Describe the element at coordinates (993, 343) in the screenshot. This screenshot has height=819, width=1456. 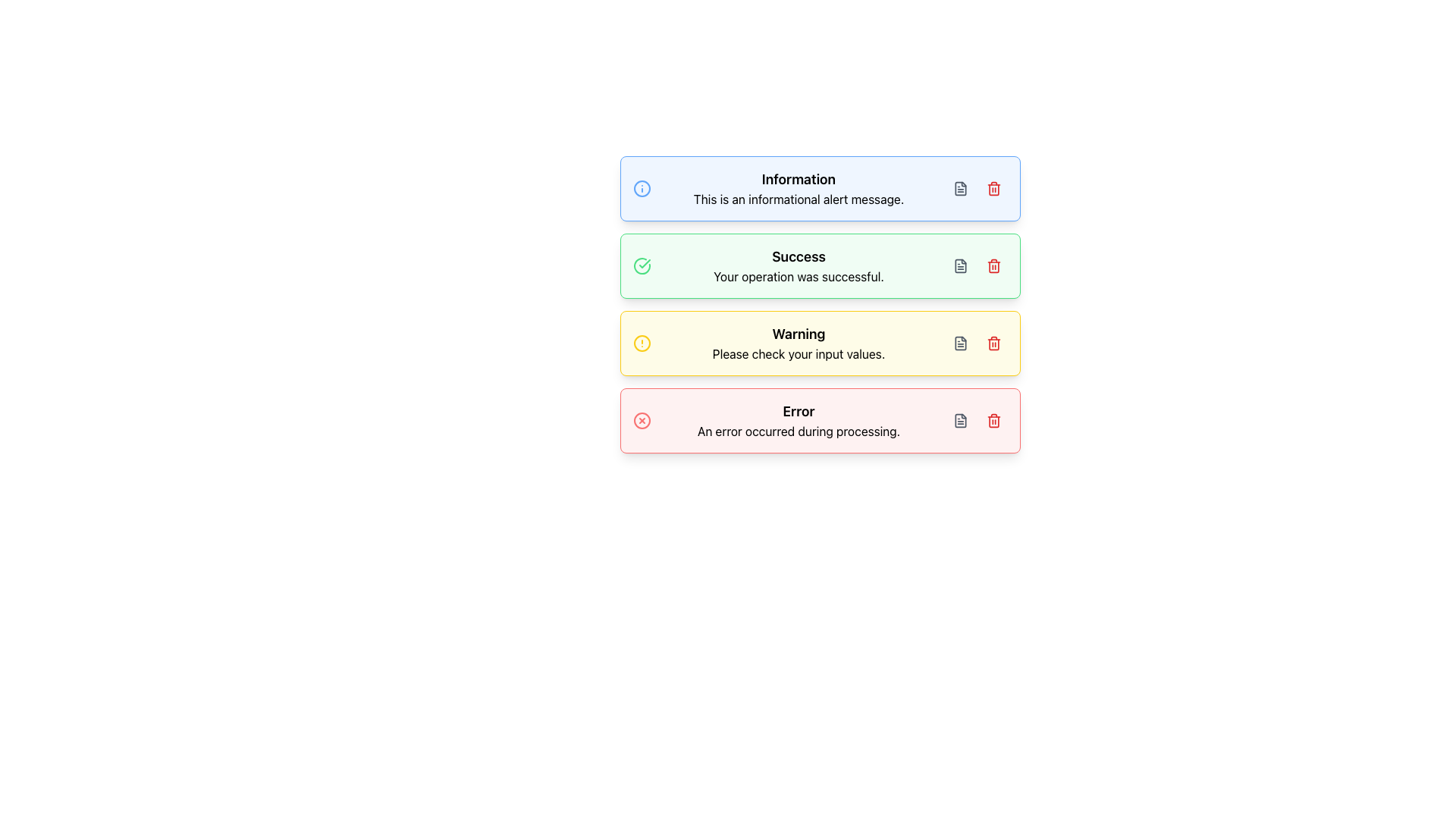
I see `the red trash bin icon button located in the 'Warning' alert card` at that location.